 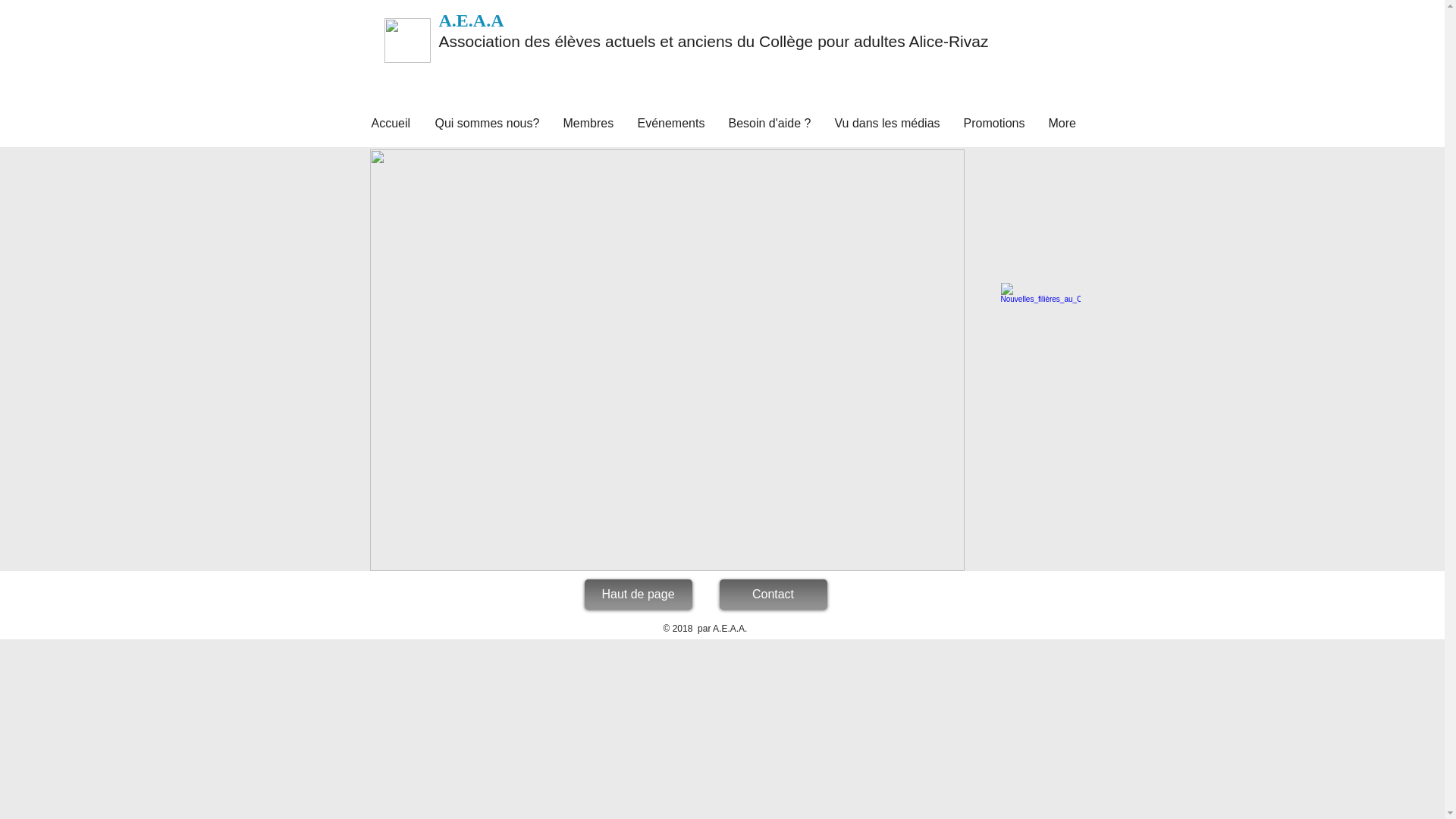 I want to click on 'Membres', so click(x=551, y=122).